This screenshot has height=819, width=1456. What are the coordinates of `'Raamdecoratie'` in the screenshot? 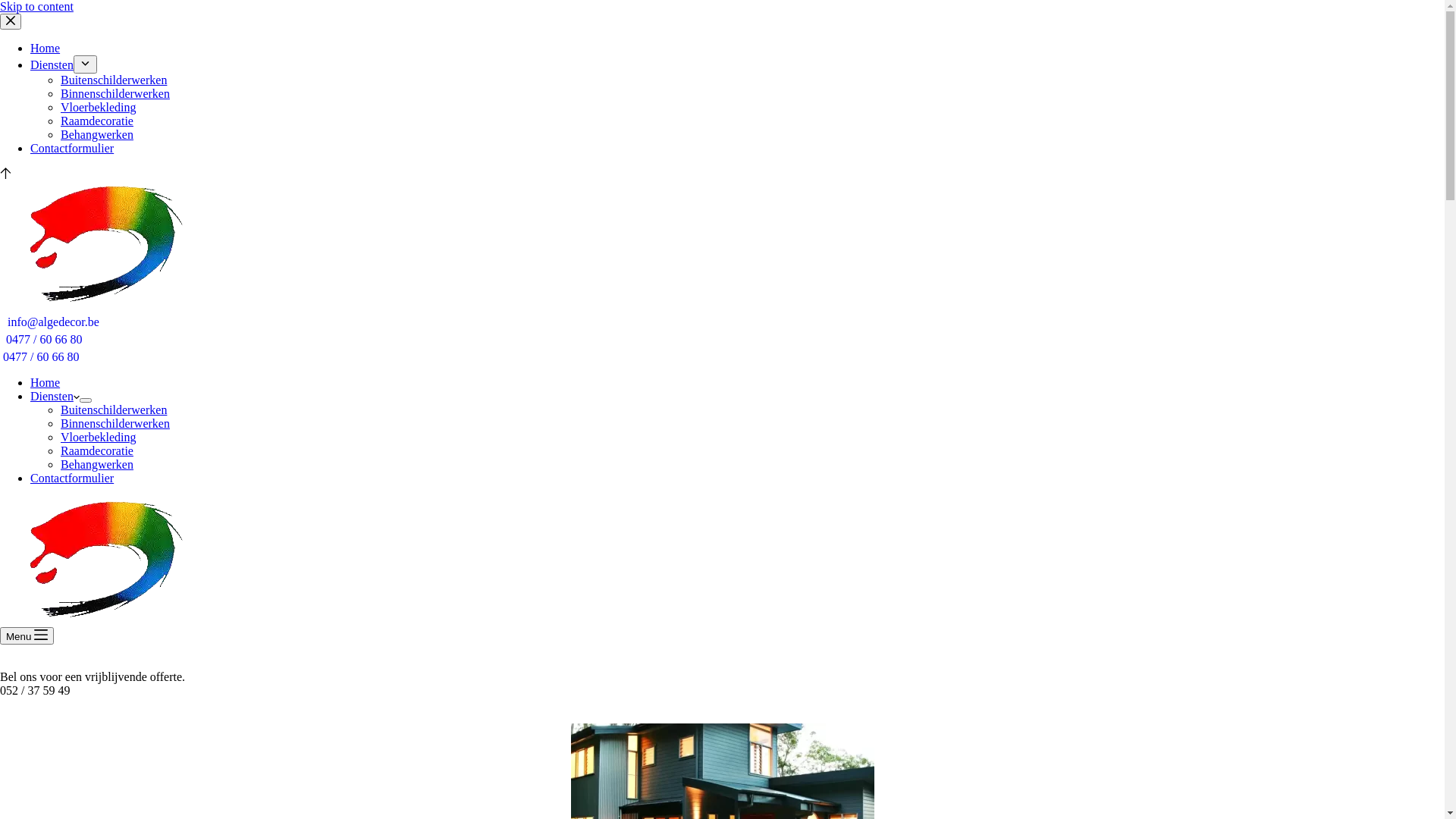 It's located at (96, 120).